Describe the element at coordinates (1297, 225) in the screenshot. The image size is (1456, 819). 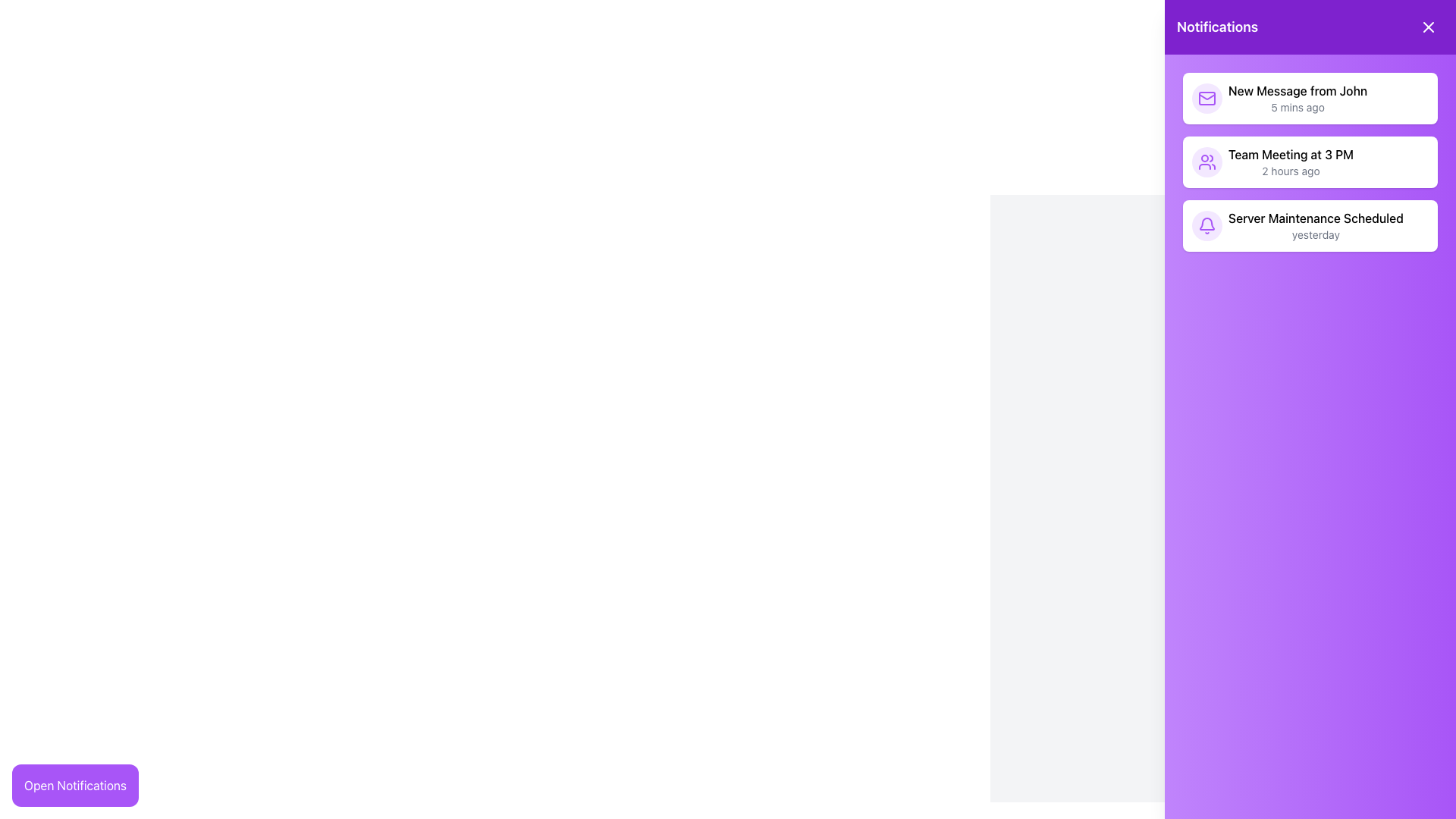
I see `the third notification item displaying a bell icon with the text 'Server Maintenance Scheduled'` at that location.